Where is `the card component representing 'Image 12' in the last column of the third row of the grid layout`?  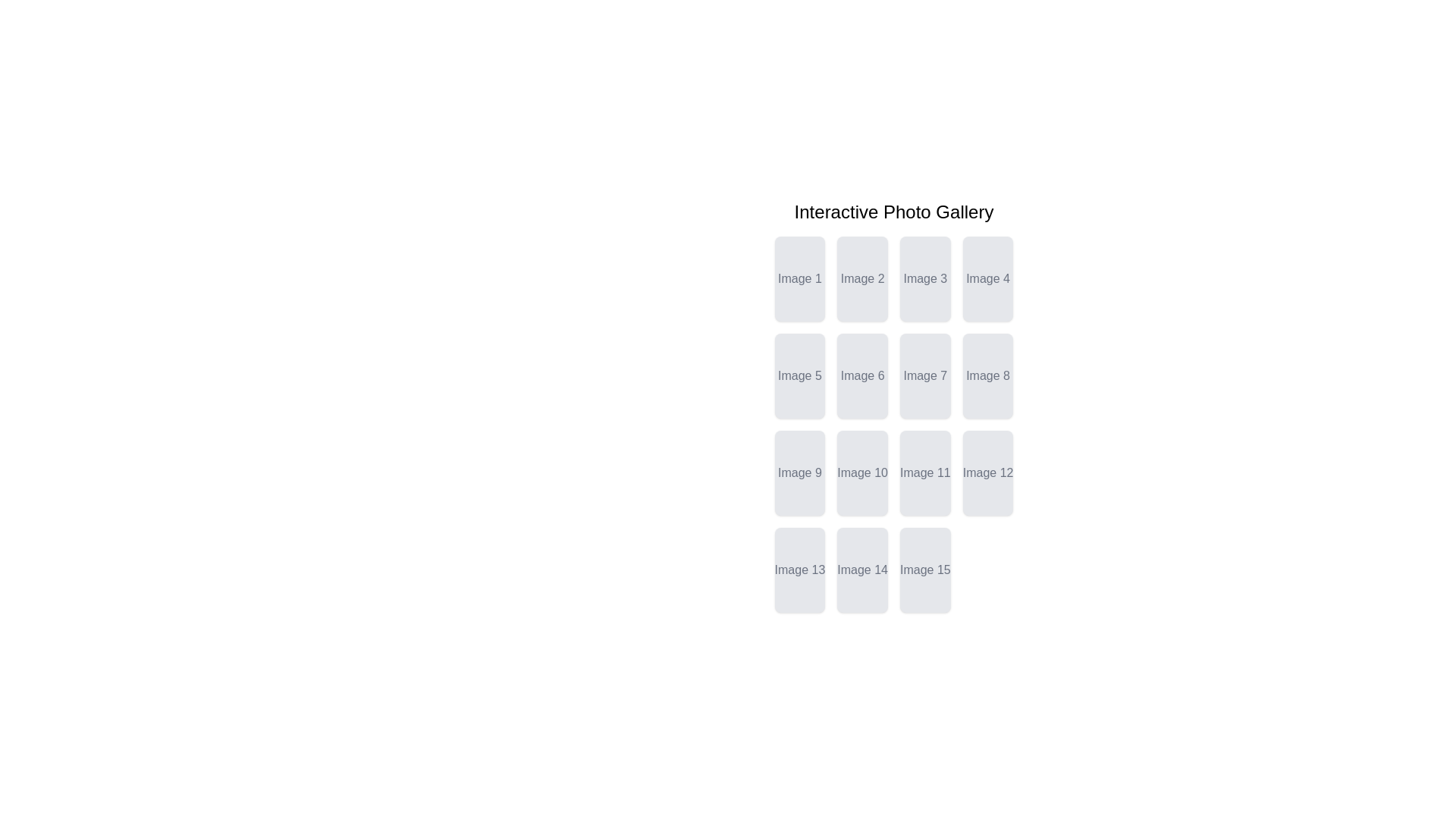 the card component representing 'Image 12' in the last column of the third row of the grid layout is located at coordinates (988, 472).